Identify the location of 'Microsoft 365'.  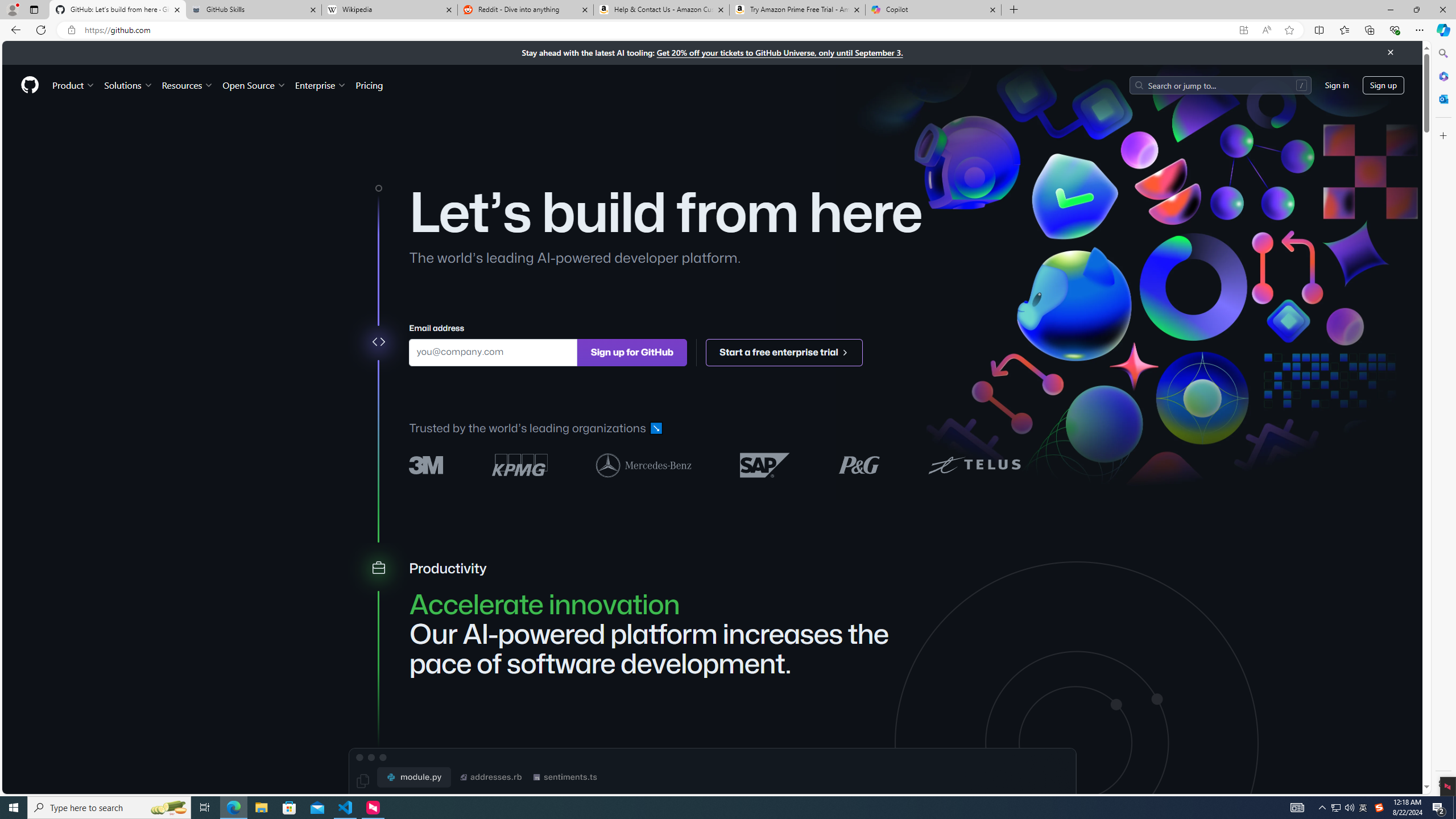
(1442, 76).